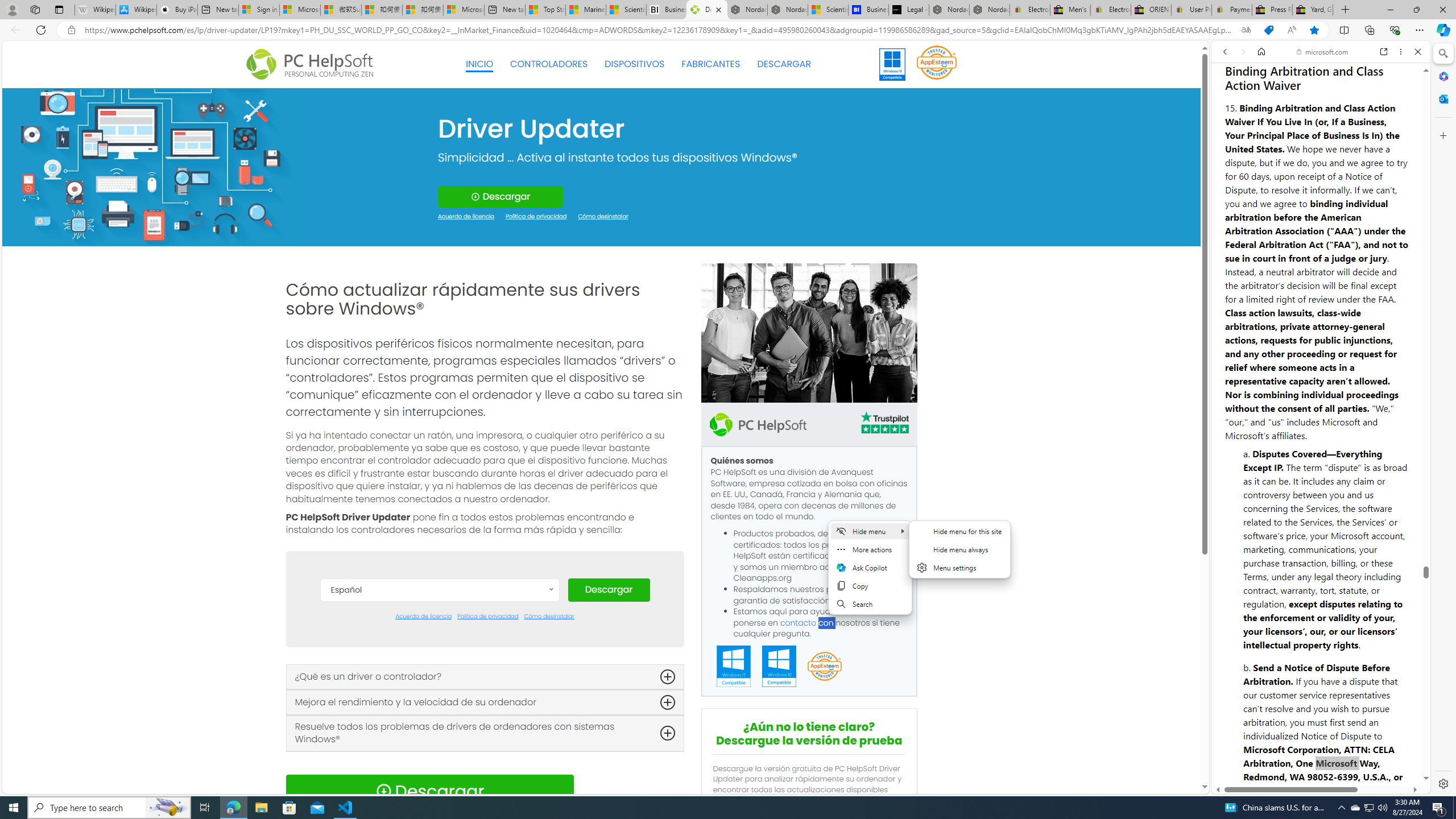 The image size is (1456, 819). Describe the element at coordinates (1231, 9) in the screenshot. I see `'Payments Terms of Use | eBay.com'` at that location.